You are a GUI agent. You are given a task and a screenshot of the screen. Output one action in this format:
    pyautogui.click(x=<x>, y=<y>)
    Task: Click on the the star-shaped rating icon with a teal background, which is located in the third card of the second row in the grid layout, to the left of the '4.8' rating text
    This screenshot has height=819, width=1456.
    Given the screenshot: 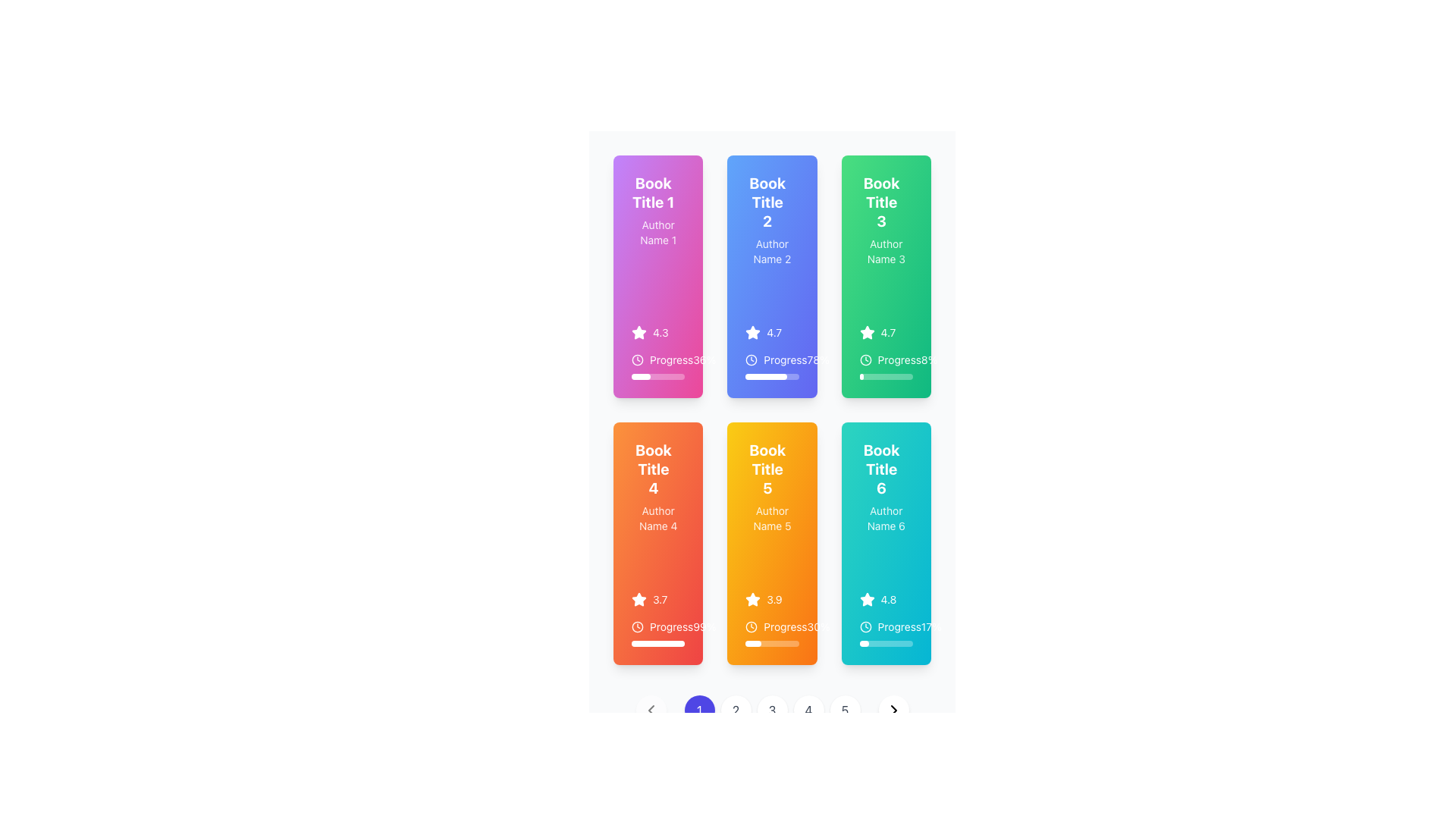 What is the action you would take?
    pyautogui.click(x=867, y=598)
    